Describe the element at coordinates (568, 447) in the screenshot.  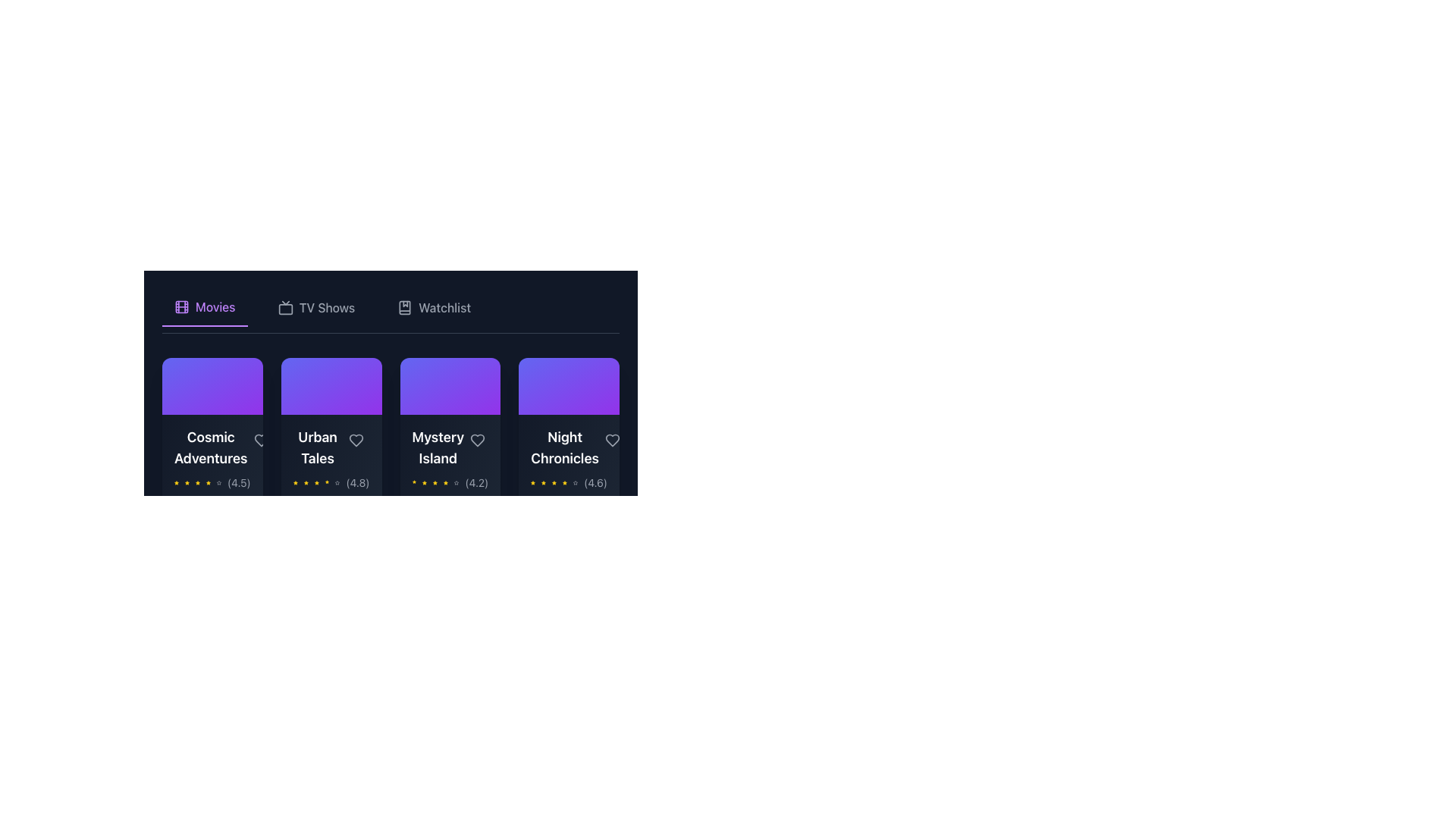
I see `text displayed in the label component that indicates the movie title 'Night Chronicles', located in the lower part of the fourth card in a horizontally-aligned list of movies` at that location.